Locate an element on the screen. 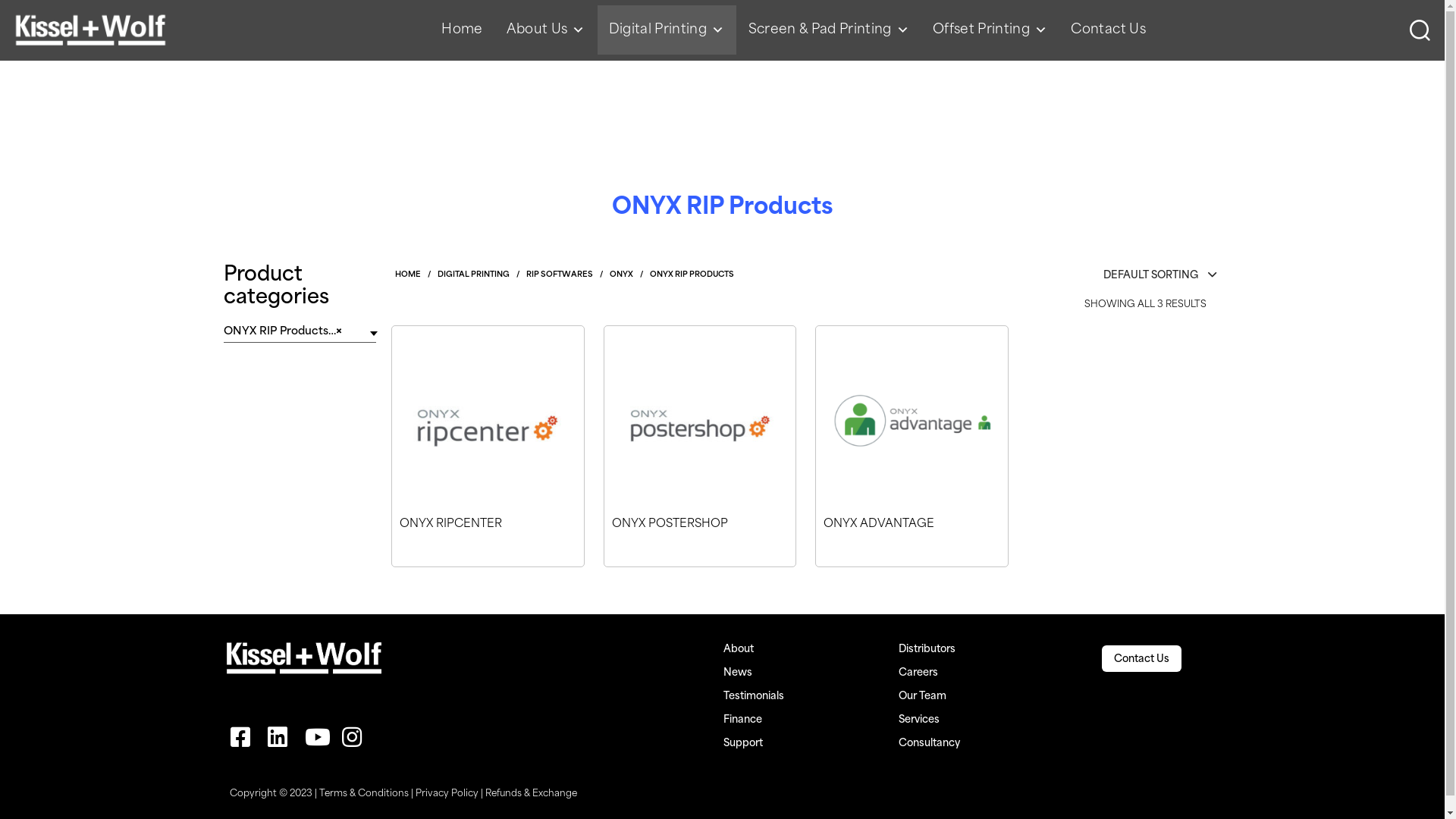 This screenshot has height=819, width=1456. 'RIP SOFTWARES' is located at coordinates (526, 275).